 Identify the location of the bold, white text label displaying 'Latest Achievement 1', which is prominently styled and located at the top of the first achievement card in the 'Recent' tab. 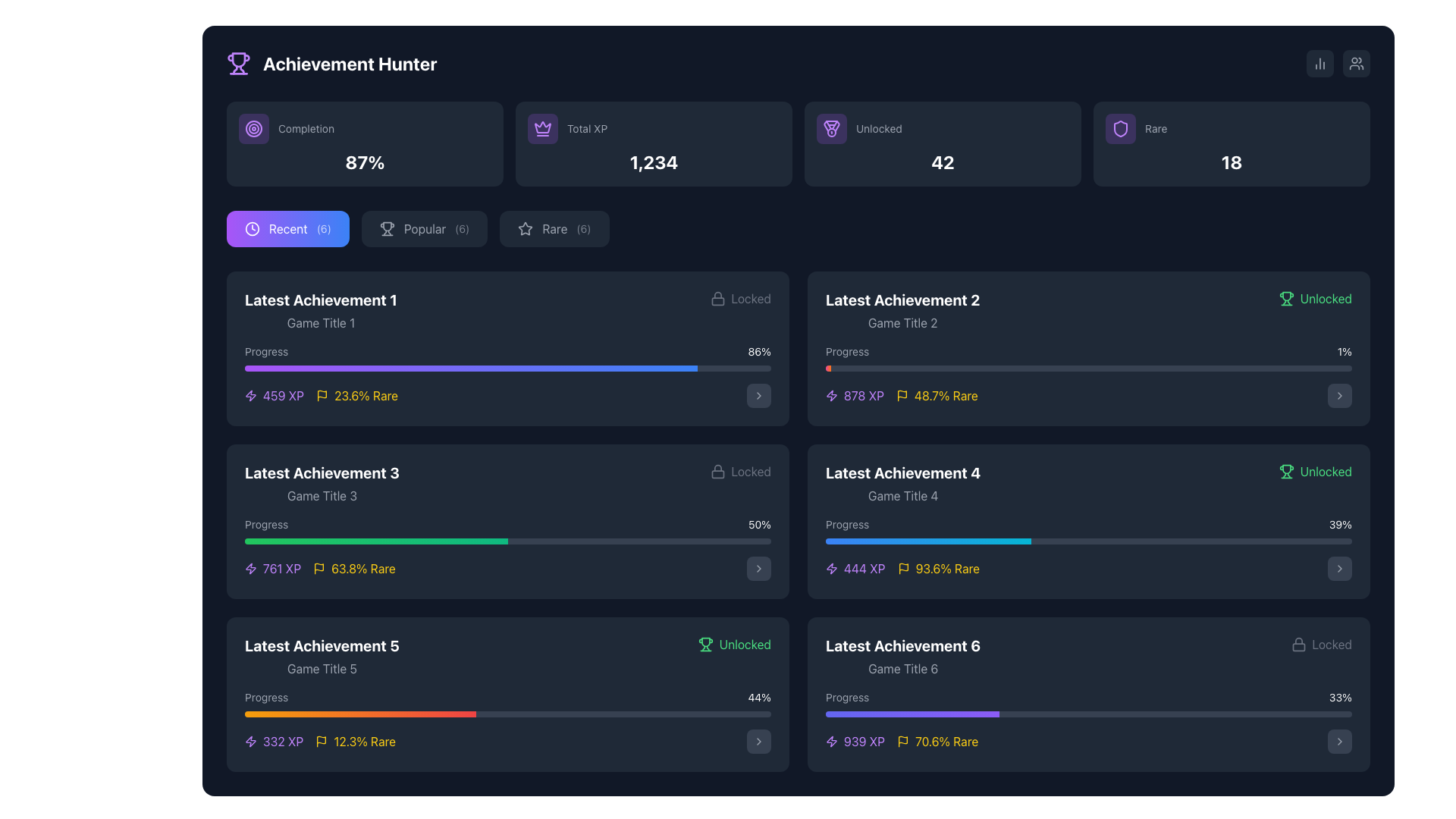
(320, 300).